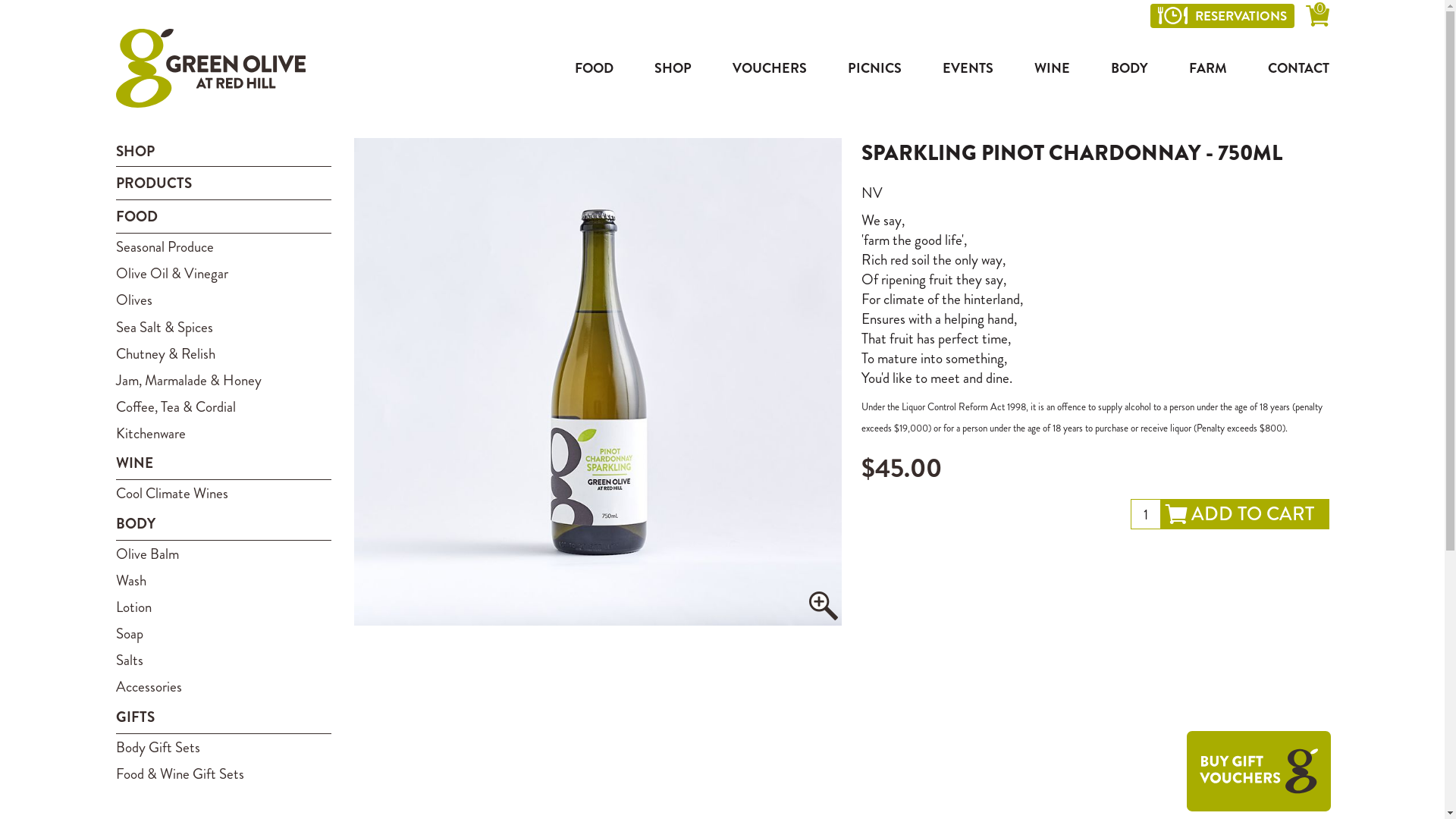  Describe the element at coordinates (222, 746) in the screenshot. I see `'Body Gift Sets'` at that location.